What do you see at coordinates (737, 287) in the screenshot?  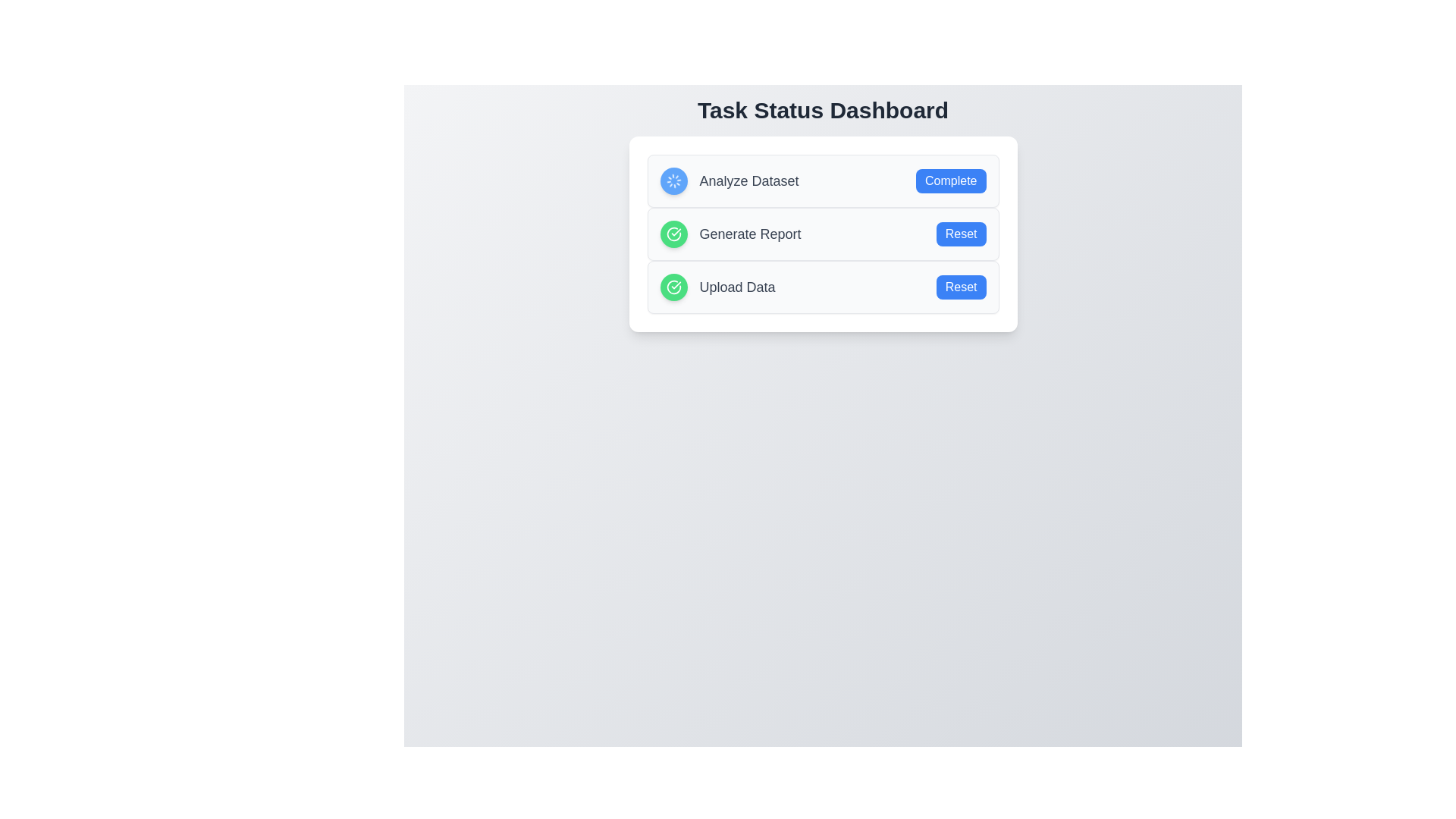 I see `the 'Upload Data' text label, which is located in the third row of a vertically stacked list of elements, aligned left, next to a green circular icon with a checkmark and a blue 'Reset' button` at bounding box center [737, 287].